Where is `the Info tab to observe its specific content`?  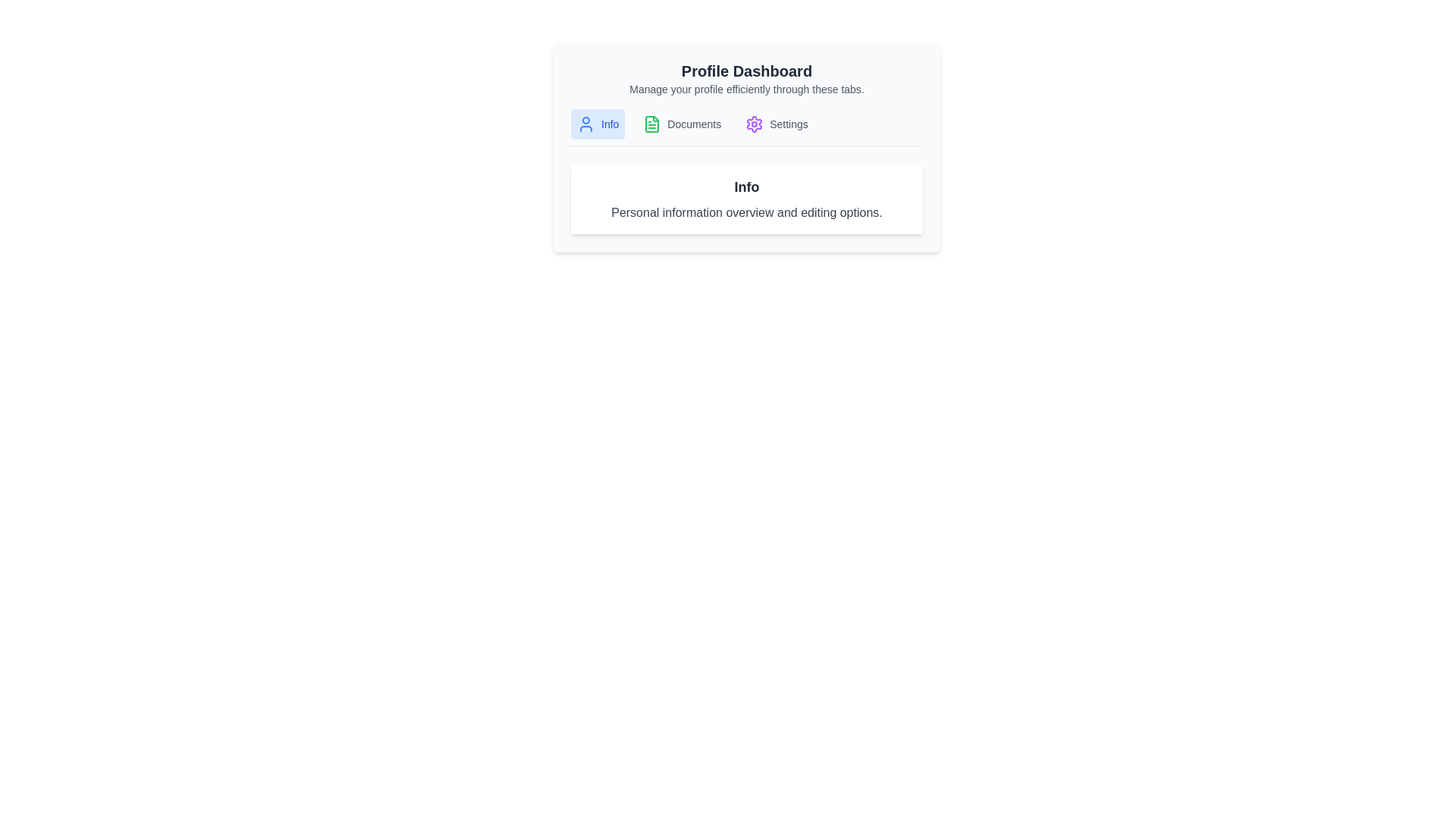
the Info tab to observe its specific content is located at coordinates (596, 124).